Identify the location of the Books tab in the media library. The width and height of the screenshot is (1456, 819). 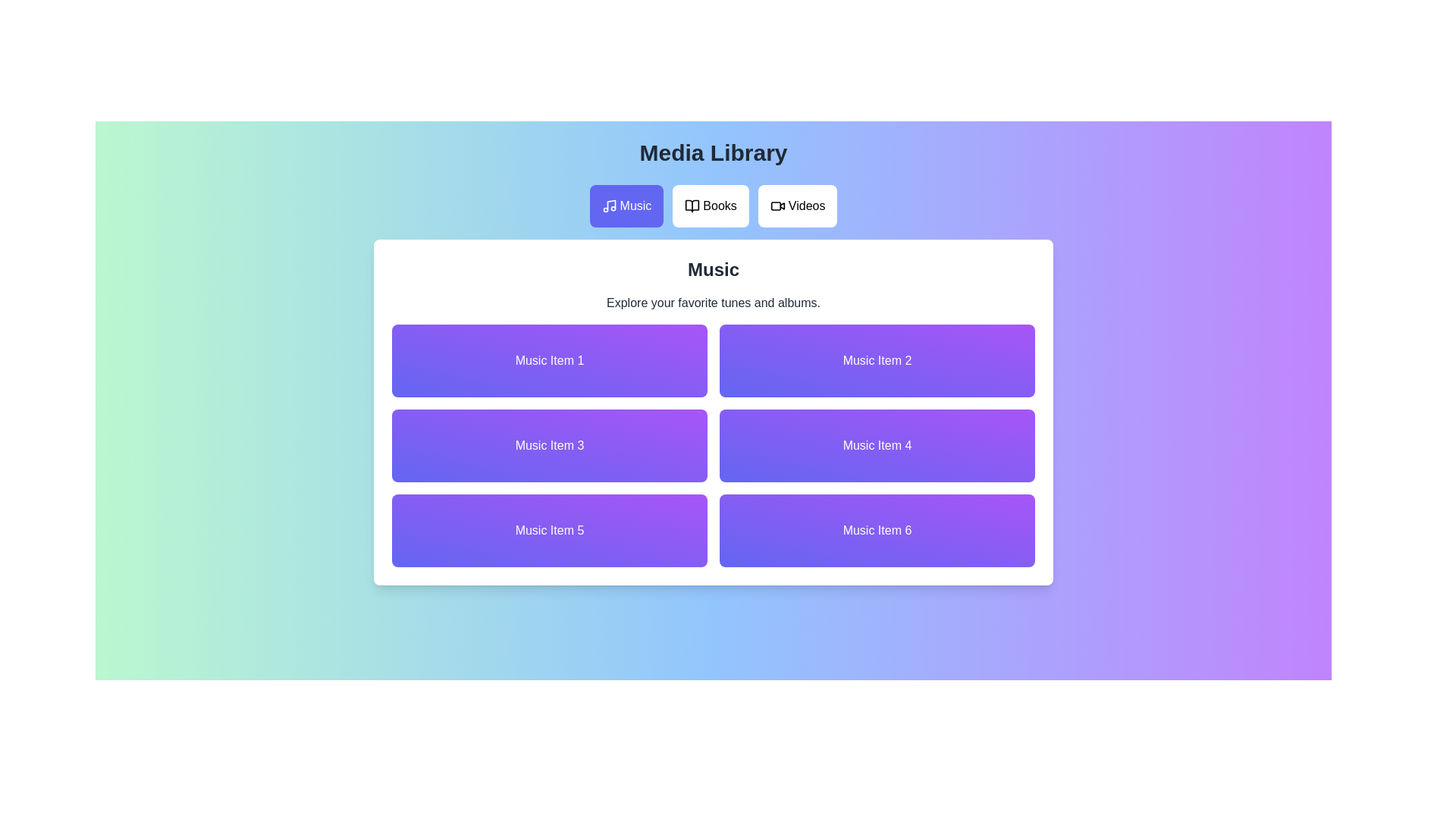
(709, 206).